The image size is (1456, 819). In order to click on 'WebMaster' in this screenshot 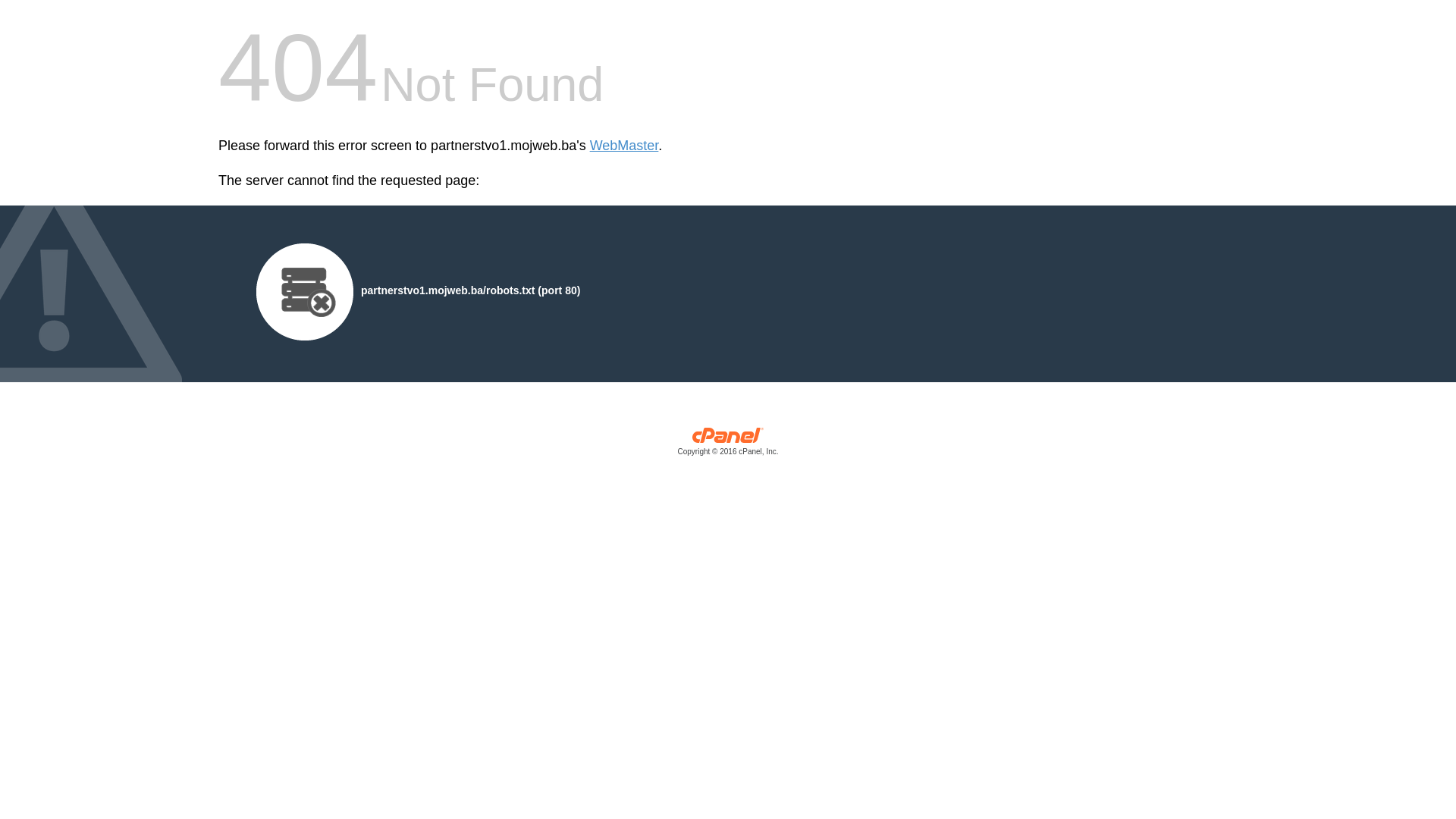, I will do `click(624, 146)`.